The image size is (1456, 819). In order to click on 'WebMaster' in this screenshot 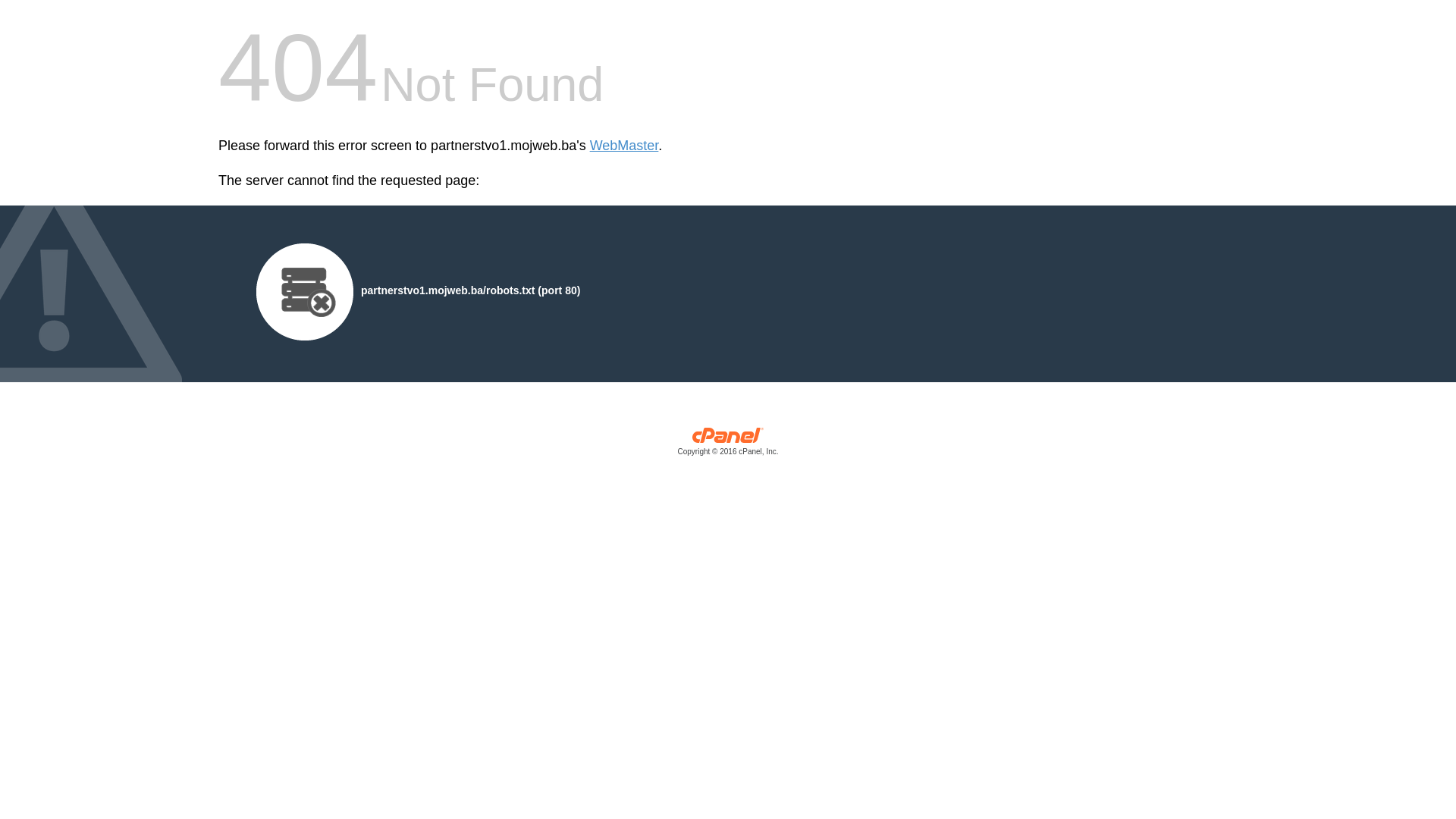, I will do `click(624, 146)`.